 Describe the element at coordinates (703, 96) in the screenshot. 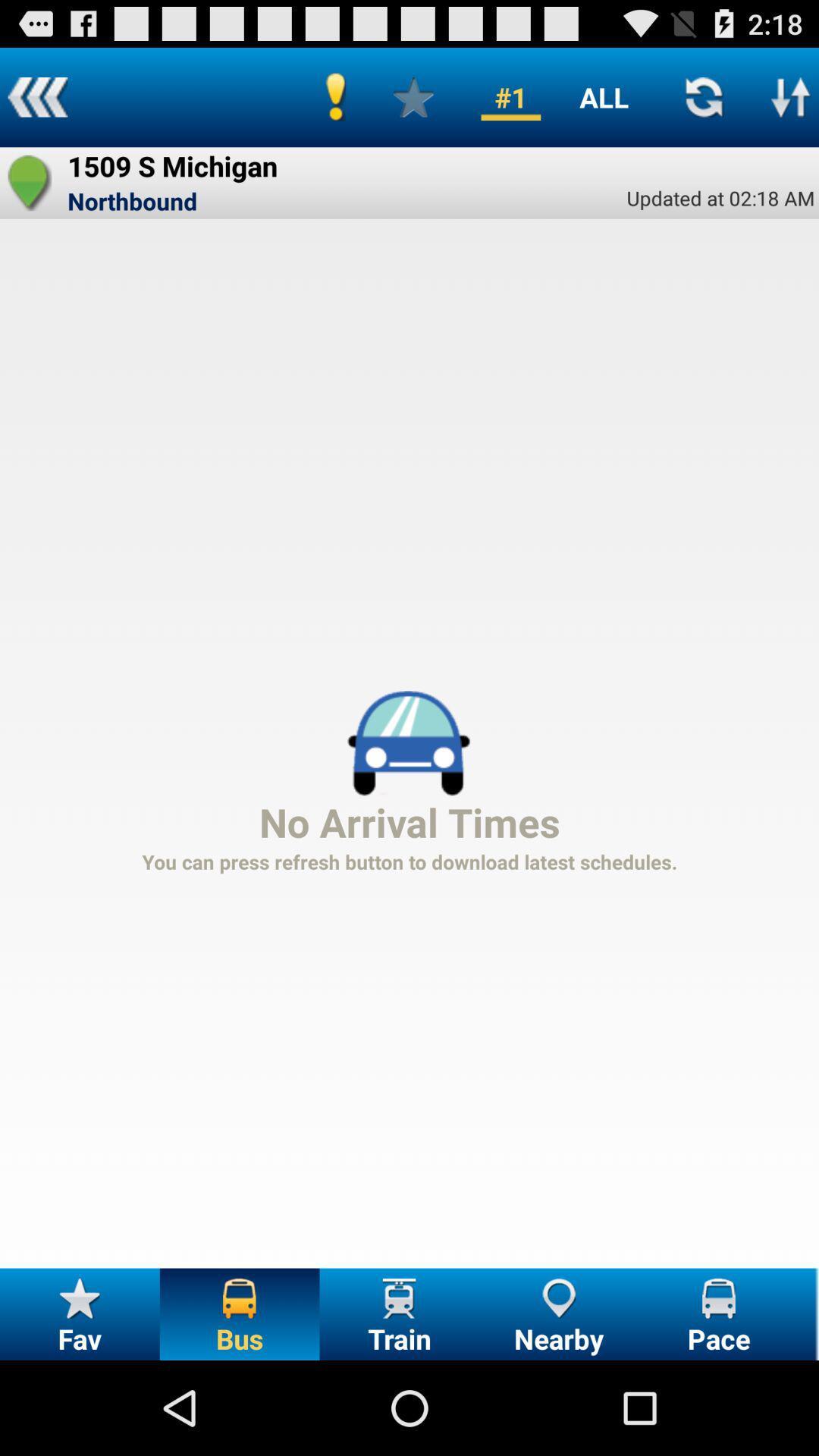

I see `refresh page` at that location.